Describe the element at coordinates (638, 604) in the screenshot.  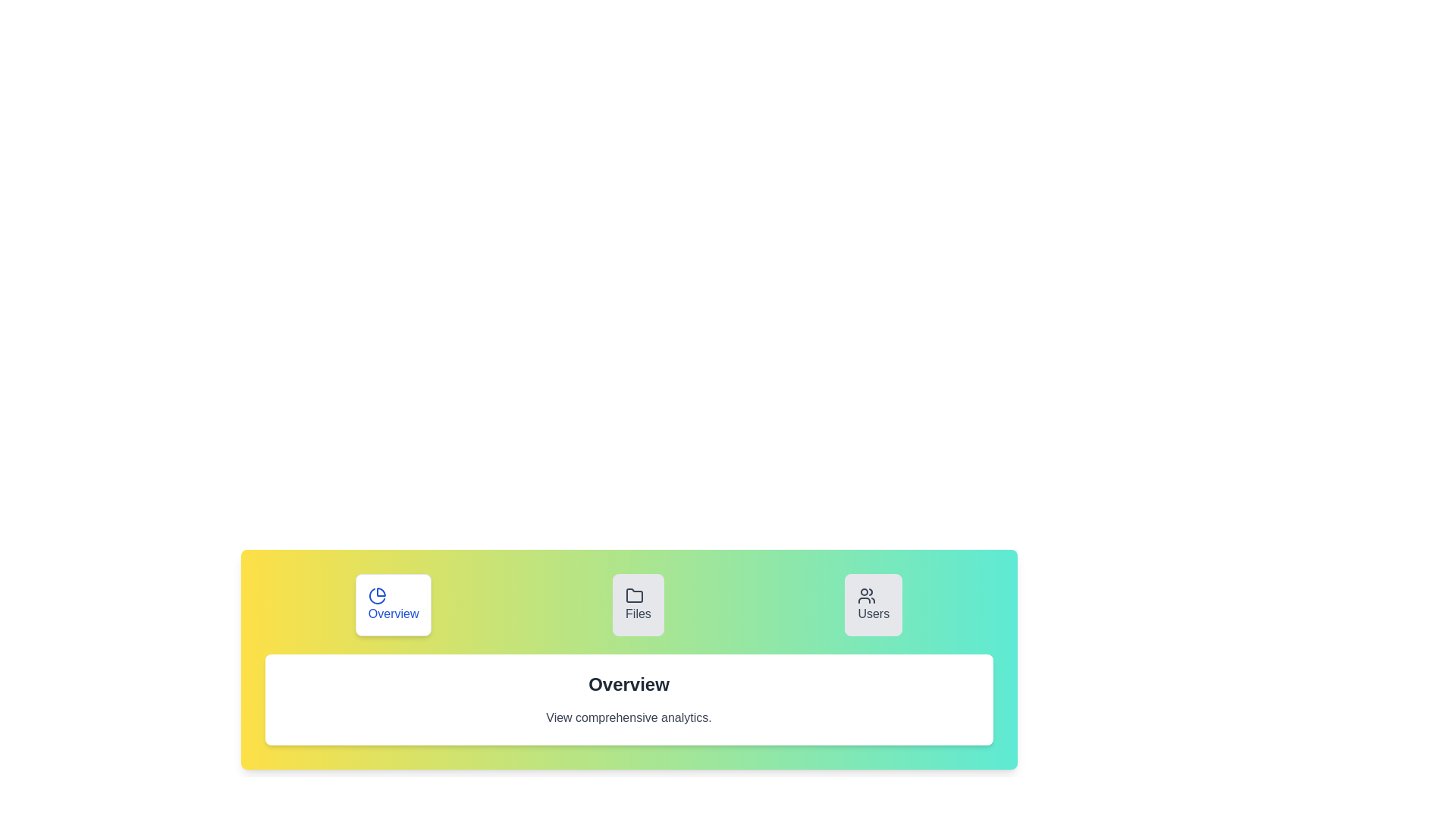
I see `the Files tab` at that location.